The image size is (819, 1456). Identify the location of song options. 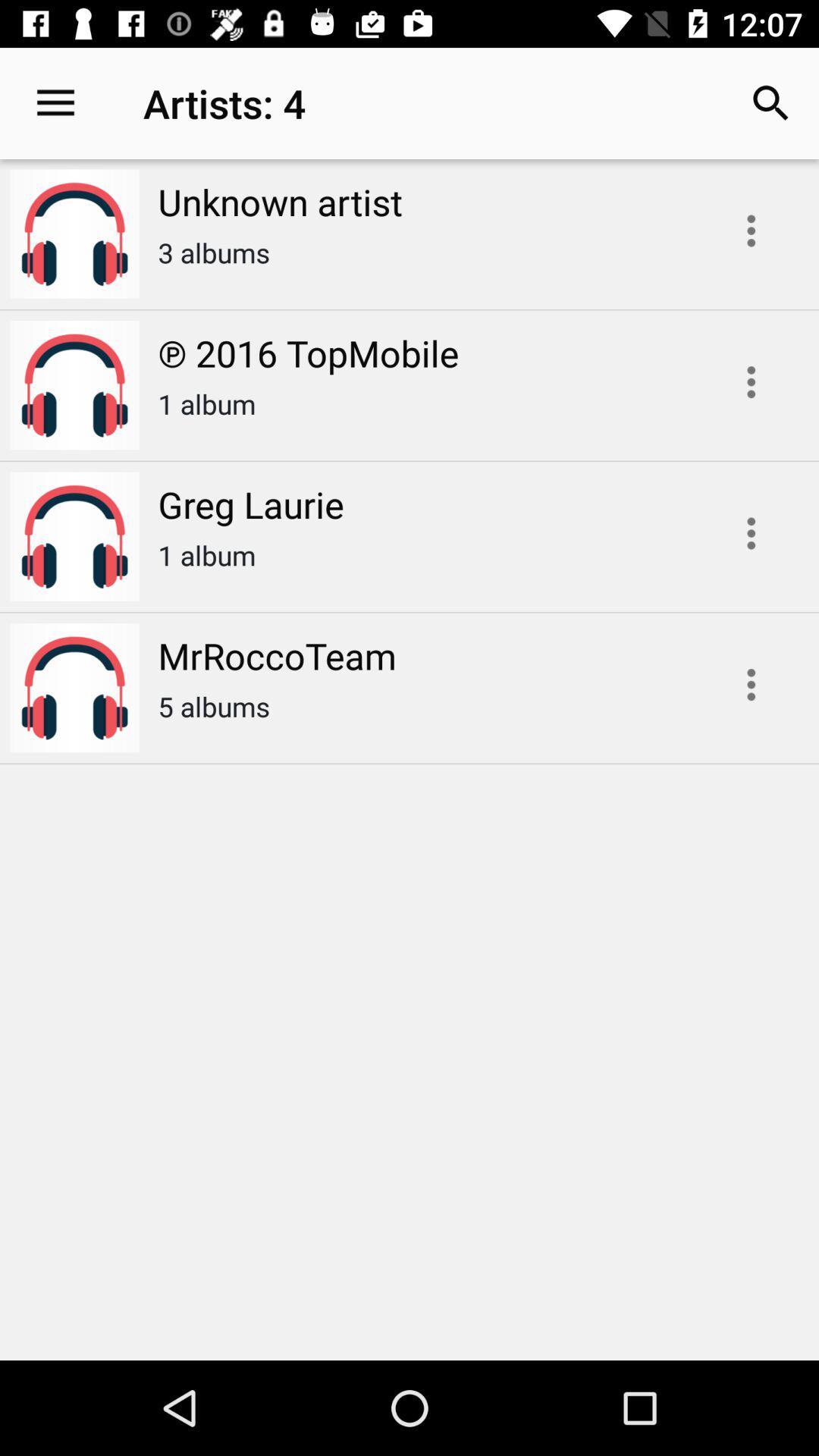
(751, 230).